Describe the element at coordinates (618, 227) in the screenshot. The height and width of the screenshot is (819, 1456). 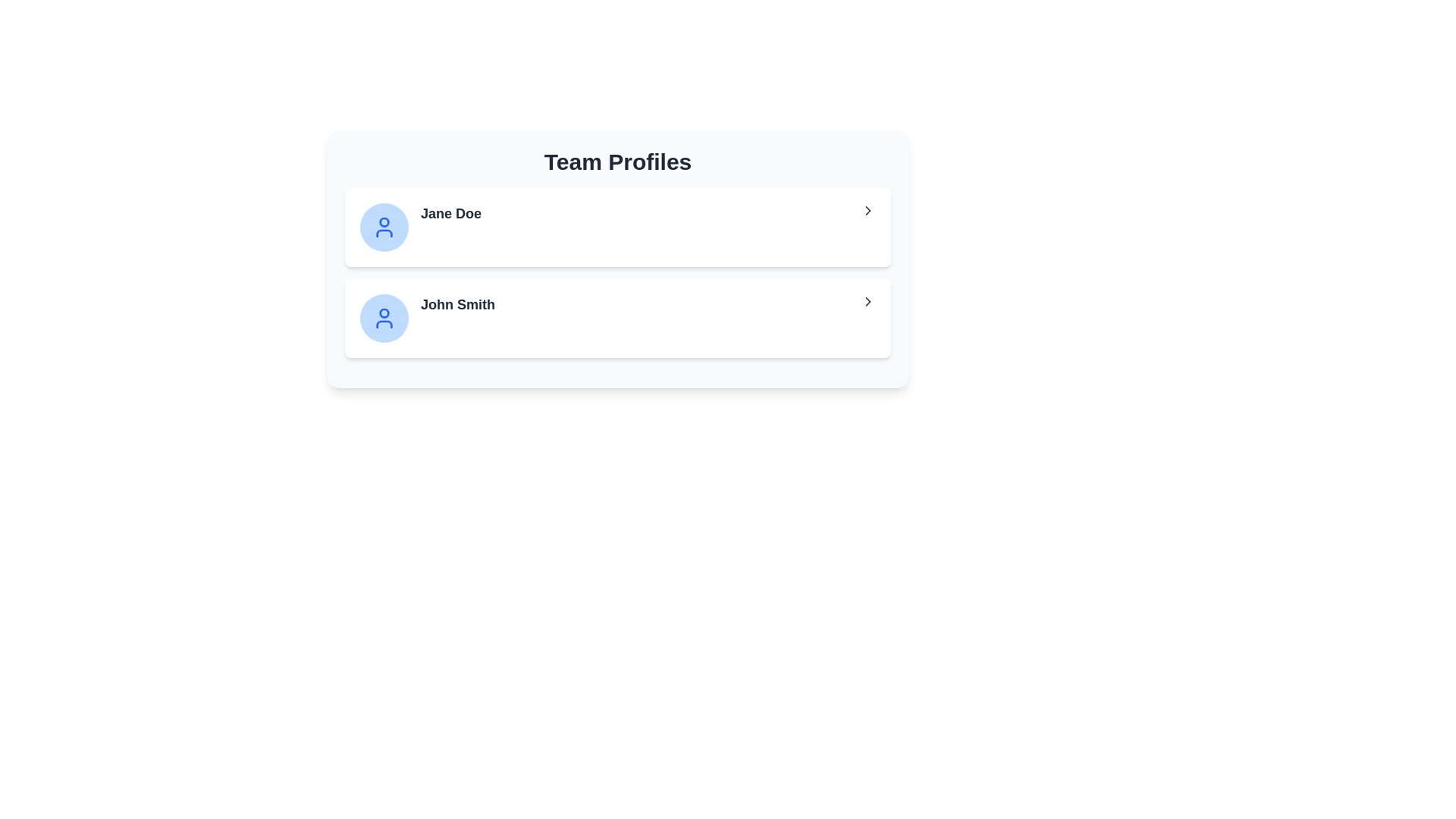
I see `the first Profile entry labeled 'Jane Doe' within the 'Team Profiles' section` at that location.